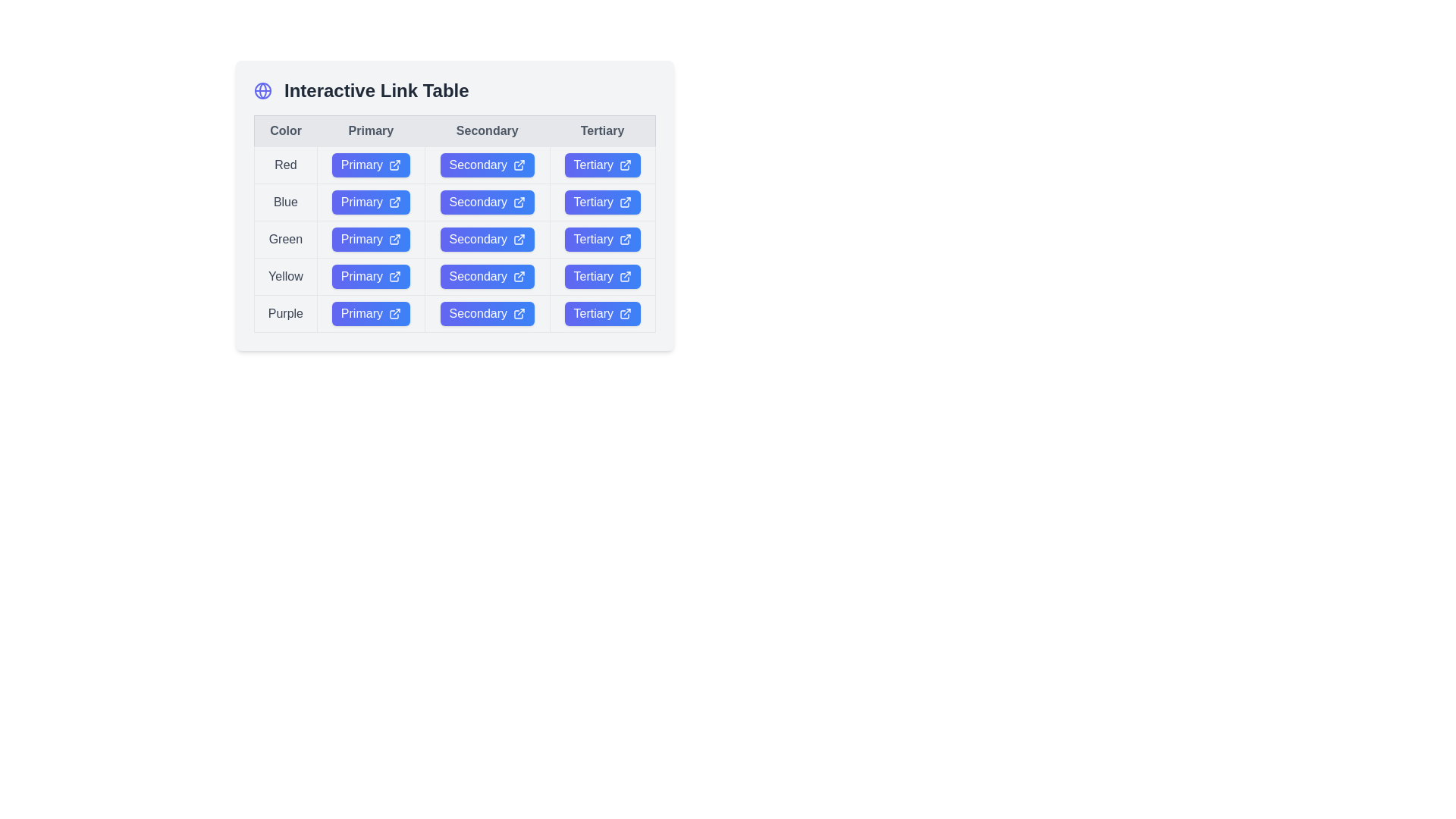  What do you see at coordinates (371, 130) in the screenshot?
I see `the 'Primary' text label header, which is the second heading in a row of four, styled with a gray background and bold font` at bounding box center [371, 130].